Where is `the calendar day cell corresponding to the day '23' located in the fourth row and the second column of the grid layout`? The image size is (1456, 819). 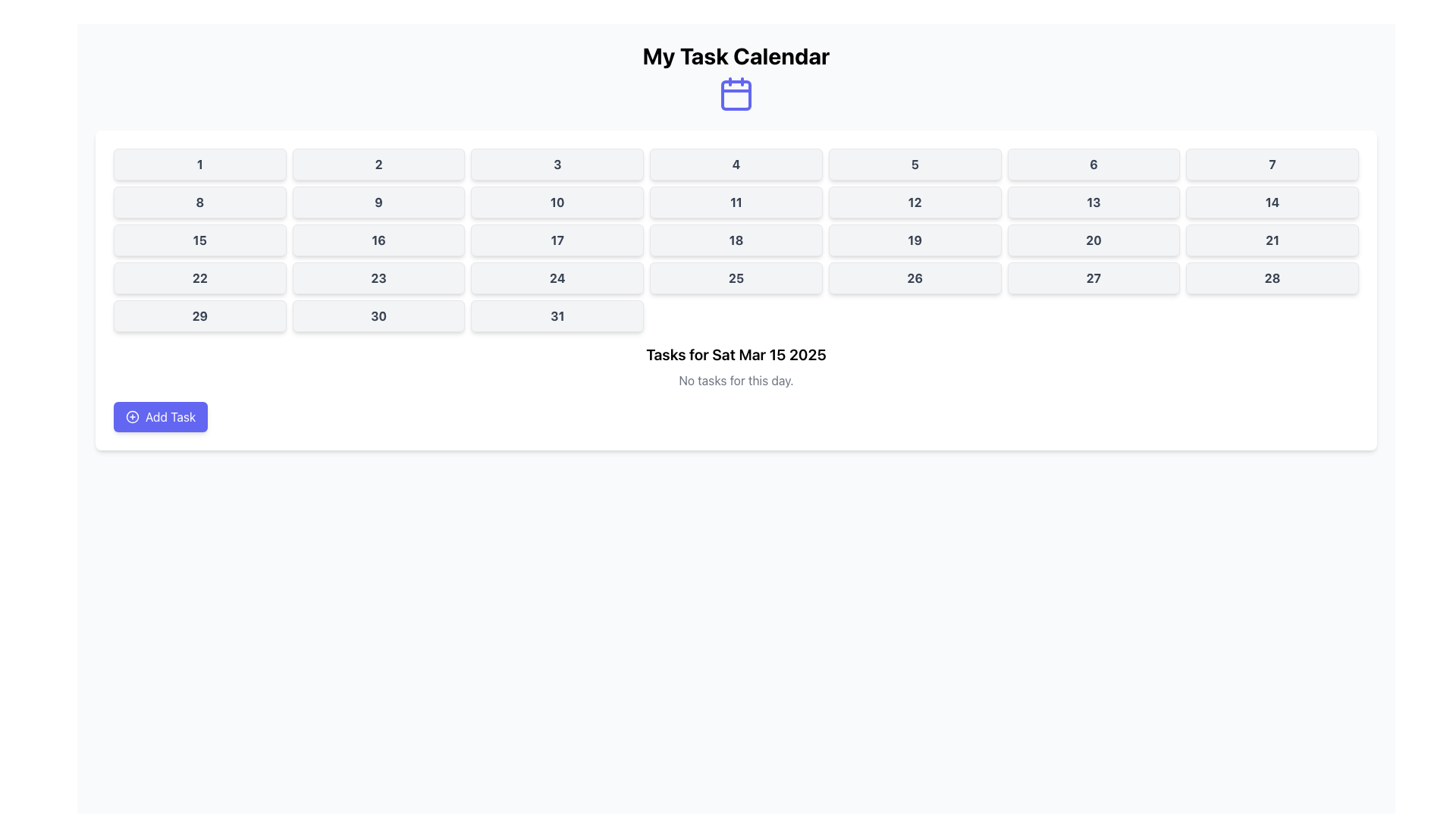 the calendar day cell corresponding to the day '23' located in the fourth row and the second column of the grid layout is located at coordinates (378, 278).